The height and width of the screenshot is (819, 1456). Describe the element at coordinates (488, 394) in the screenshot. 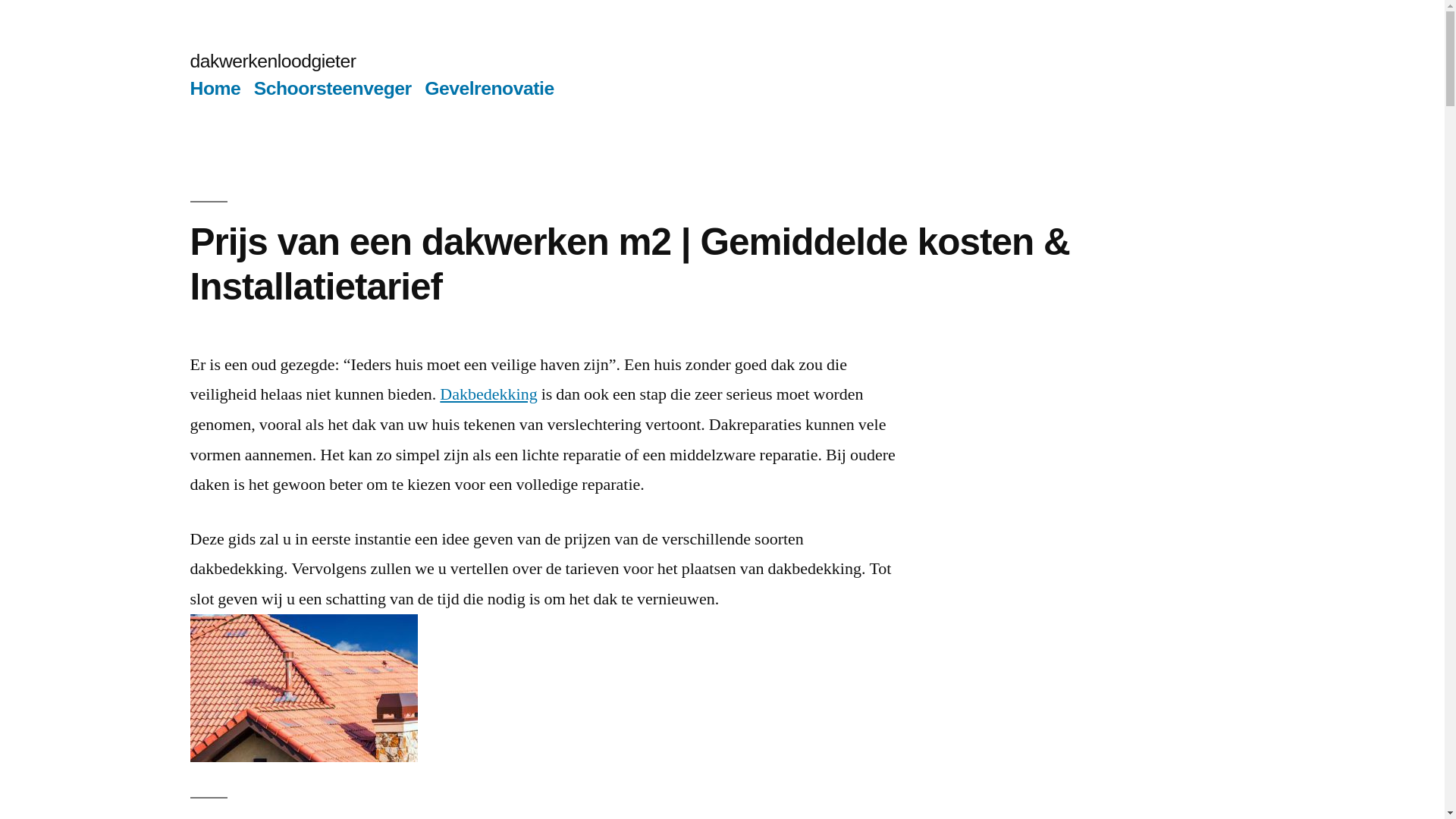

I see `'Dakbedekking'` at that location.